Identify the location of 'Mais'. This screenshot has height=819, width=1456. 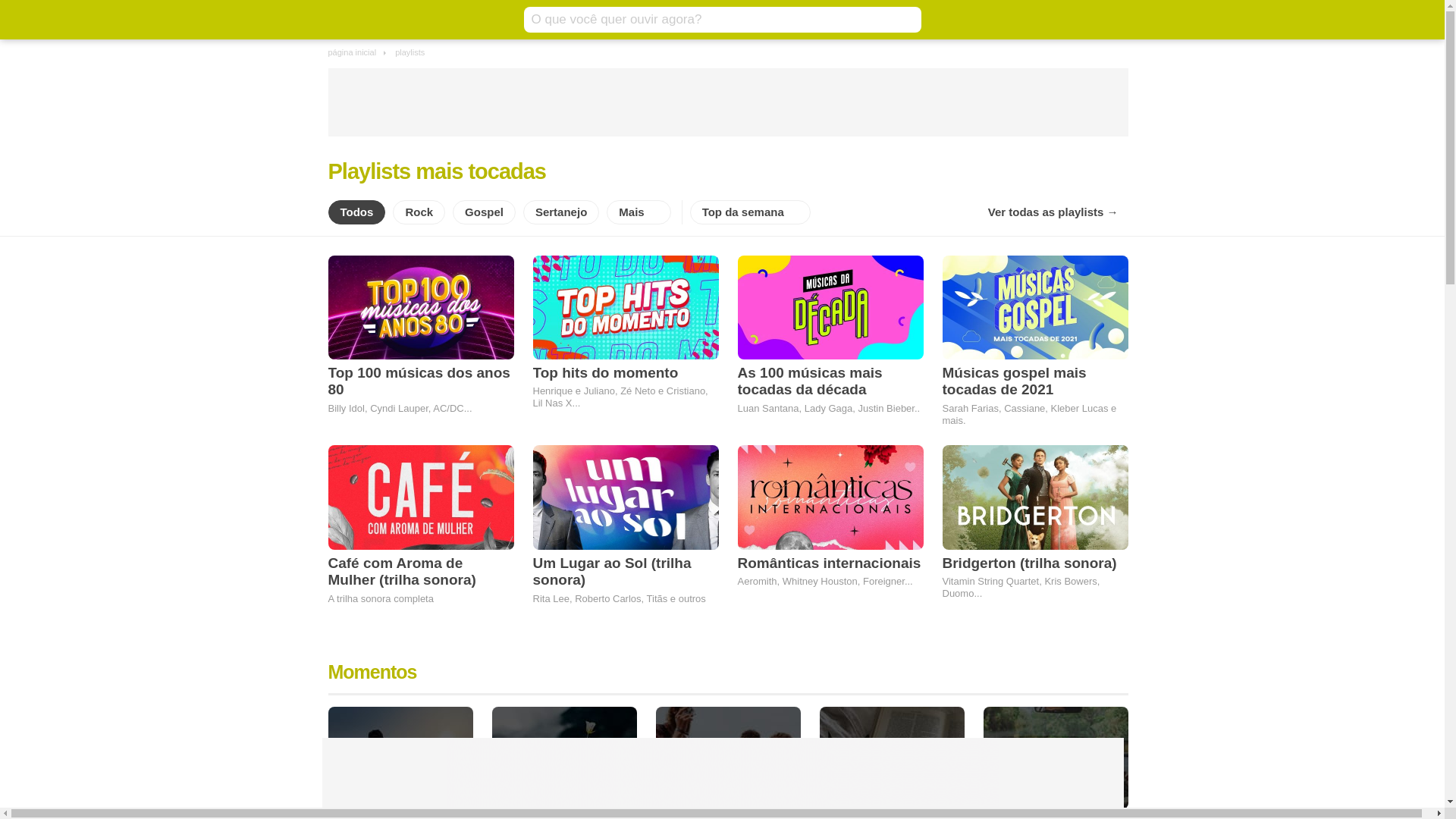
(638, 212).